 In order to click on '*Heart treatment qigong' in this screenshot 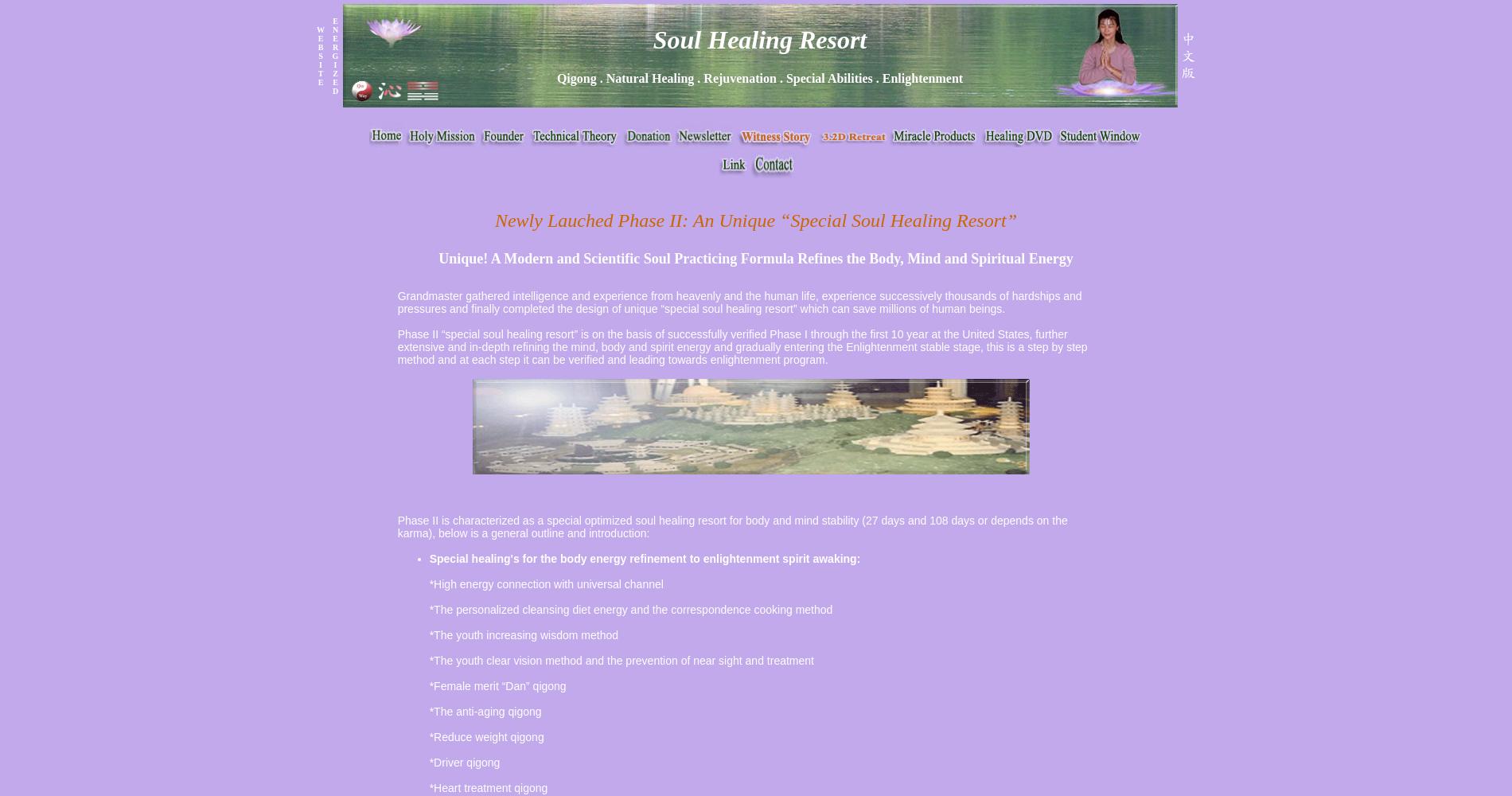, I will do `click(488, 787)`.